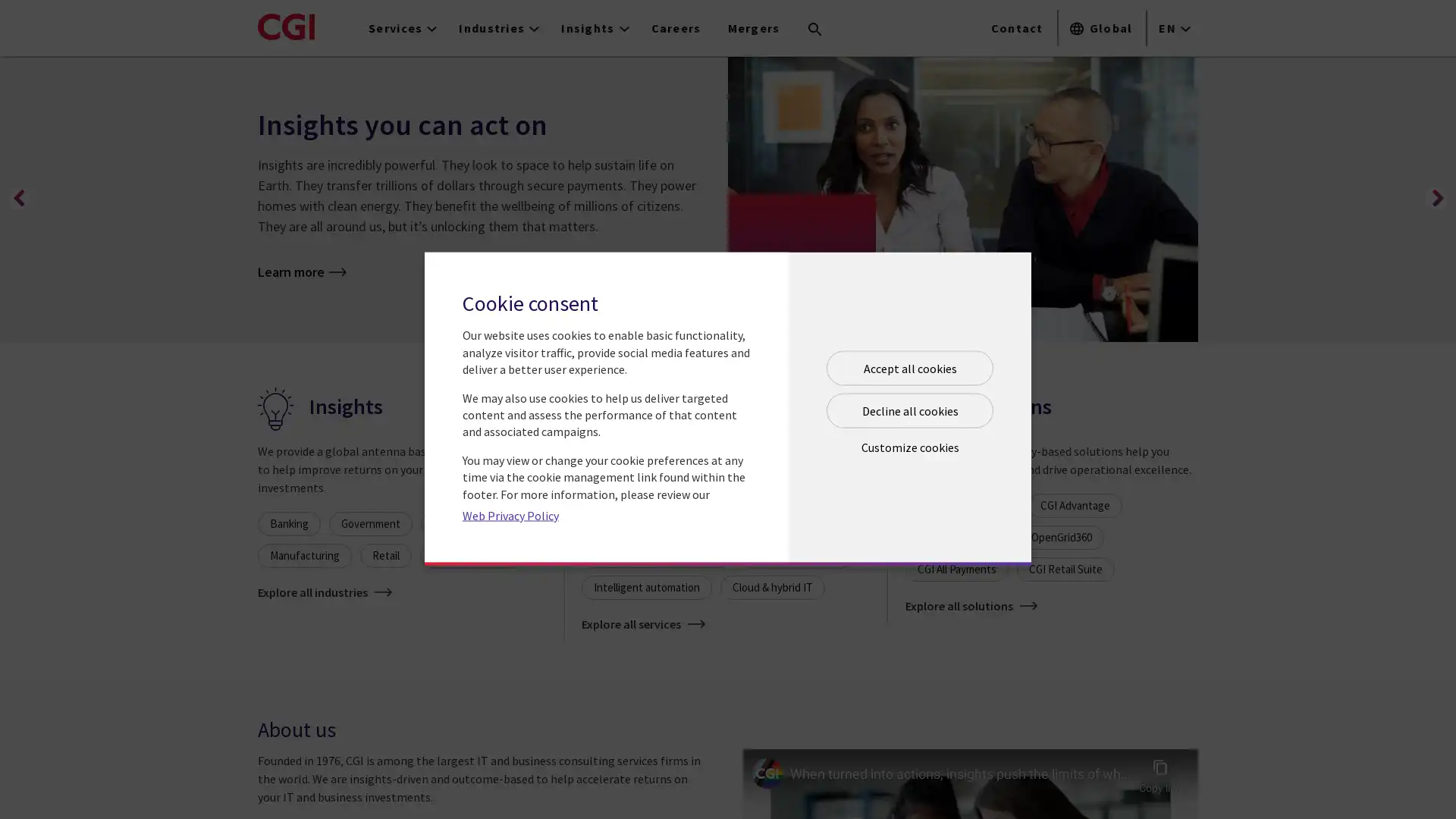 The image size is (1456, 819). I want to click on Search terms, so click(814, 30).